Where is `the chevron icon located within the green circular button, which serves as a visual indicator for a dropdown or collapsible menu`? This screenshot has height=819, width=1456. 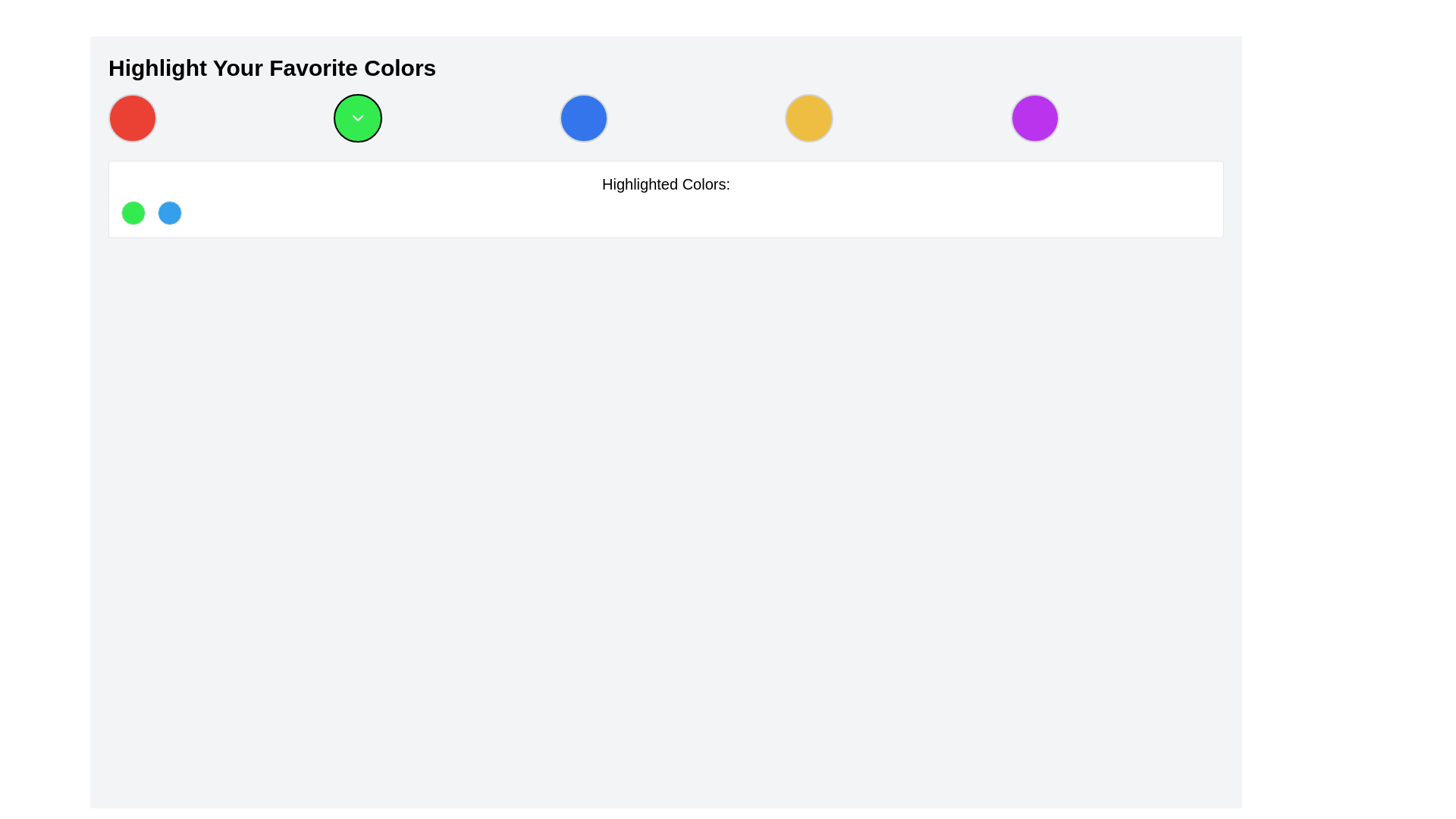
the chevron icon located within the green circular button, which serves as a visual indicator for a dropdown or collapsible menu is located at coordinates (357, 117).